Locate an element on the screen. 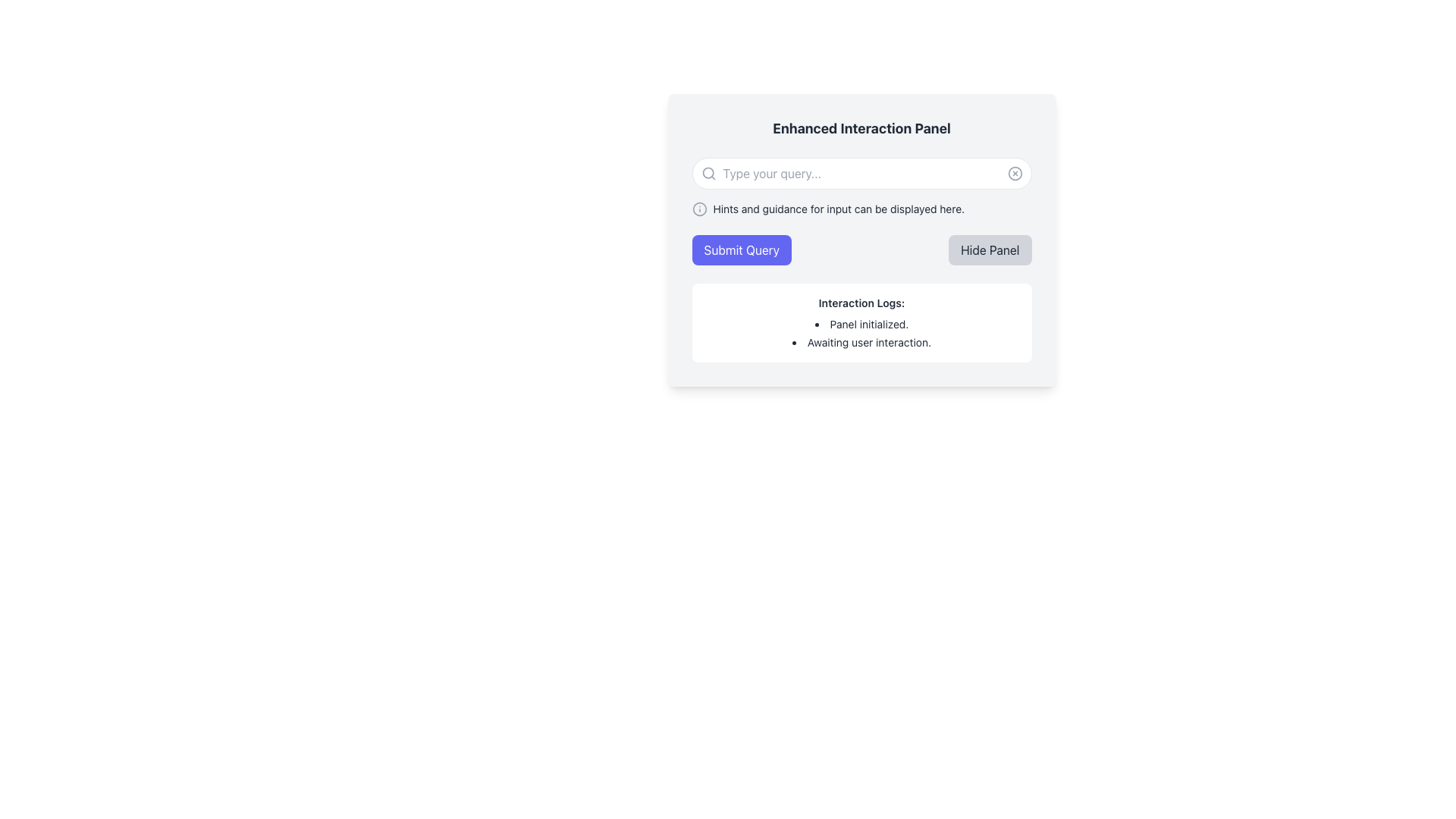 Image resolution: width=1456 pixels, height=819 pixels. the 'Hide Panel' button, which is a rectangular button with rounded edges, located to the right of the 'Submit Query' button in the top section of the interface is located at coordinates (990, 249).